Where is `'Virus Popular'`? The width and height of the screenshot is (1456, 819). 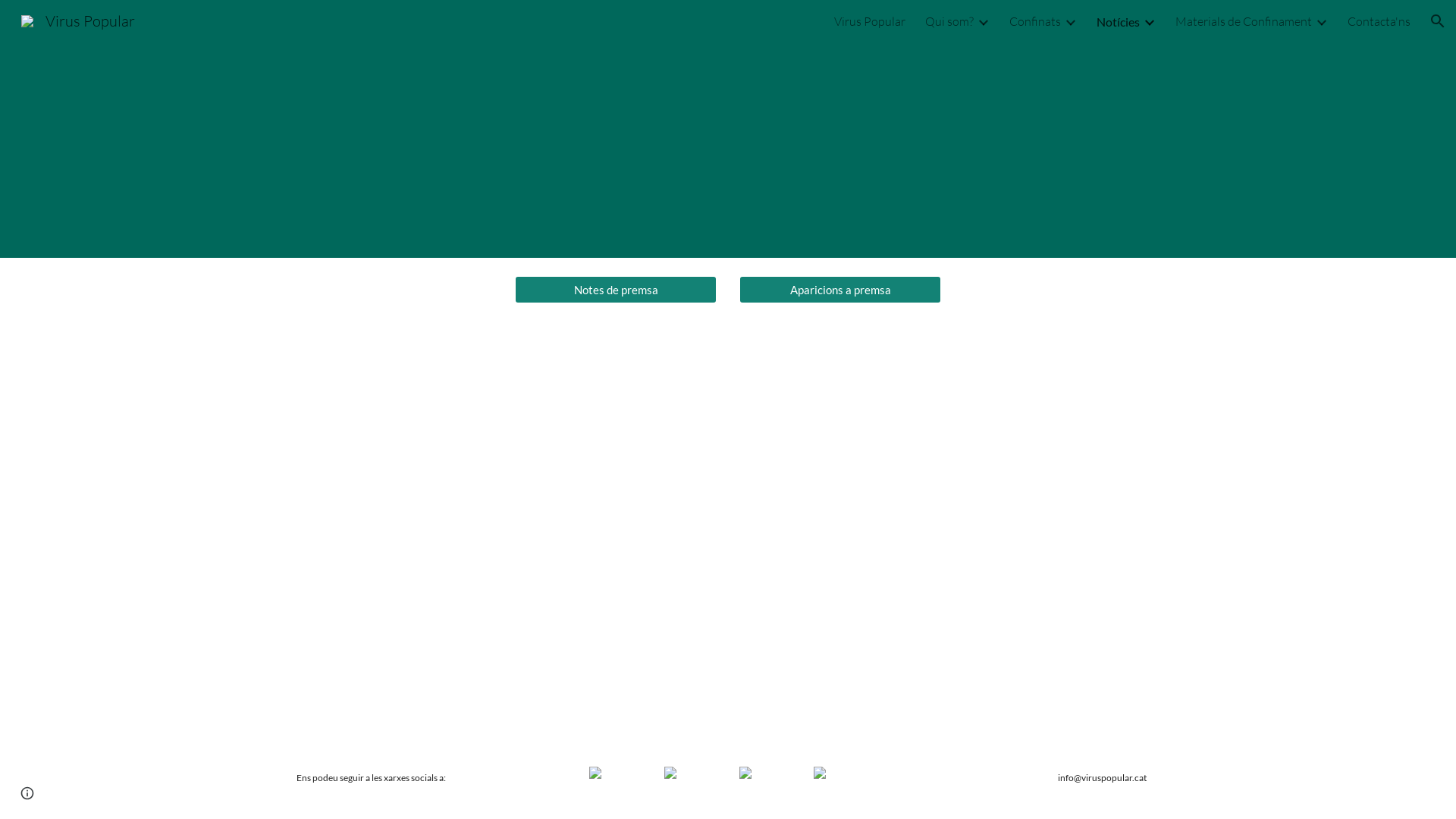 'Virus Popular' is located at coordinates (77, 19).